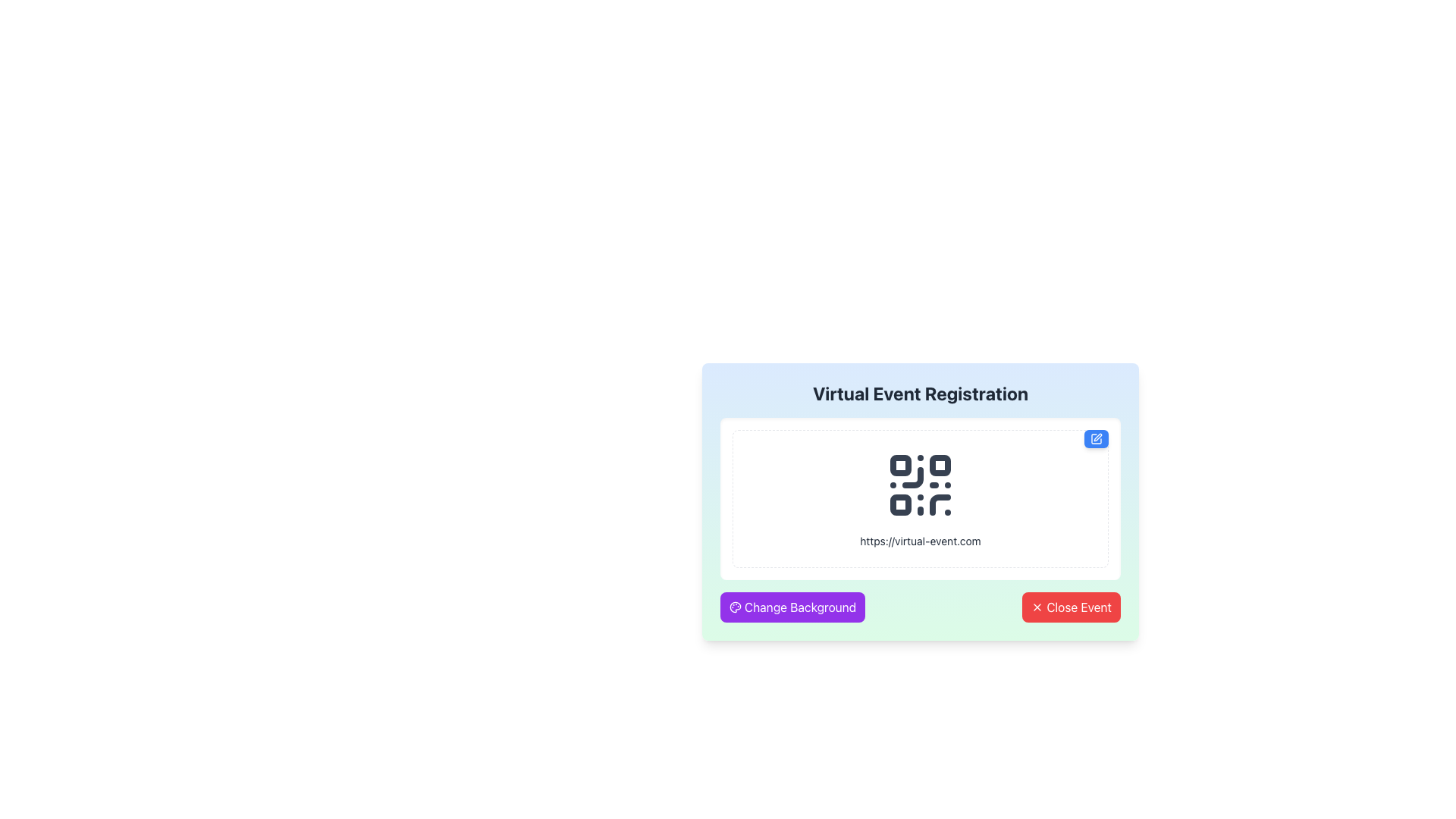 The height and width of the screenshot is (819, 1456). Describe the element at coordinates (901, 464) in the screenshot. I see `the small, square-shaped component with rounded corners in the top-left corner of the QR code within the 'Virtual Event Registration' modal` at that location.